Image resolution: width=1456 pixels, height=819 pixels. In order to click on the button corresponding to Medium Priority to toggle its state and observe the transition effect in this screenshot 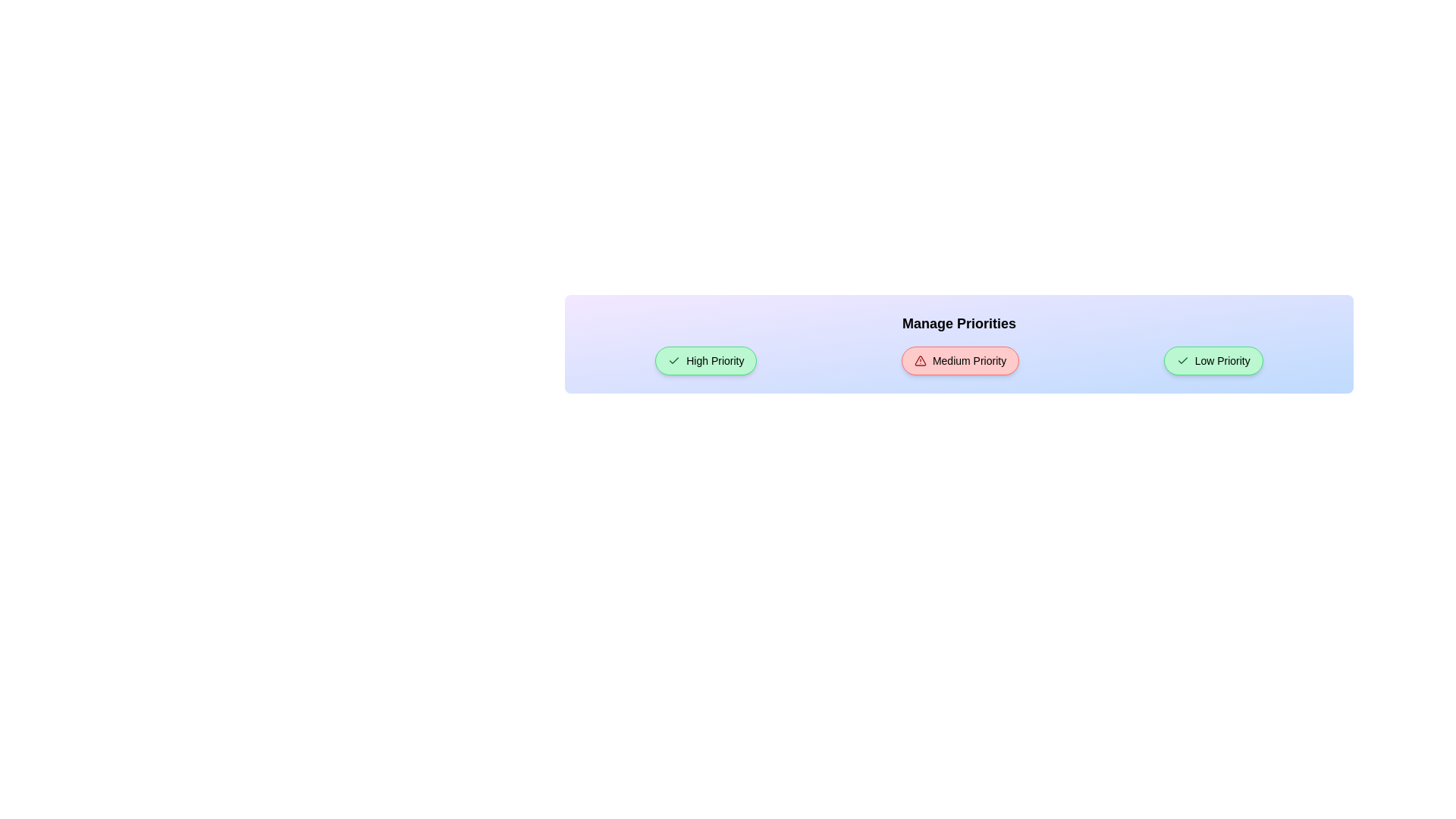, I will do `click(959, 360)`.